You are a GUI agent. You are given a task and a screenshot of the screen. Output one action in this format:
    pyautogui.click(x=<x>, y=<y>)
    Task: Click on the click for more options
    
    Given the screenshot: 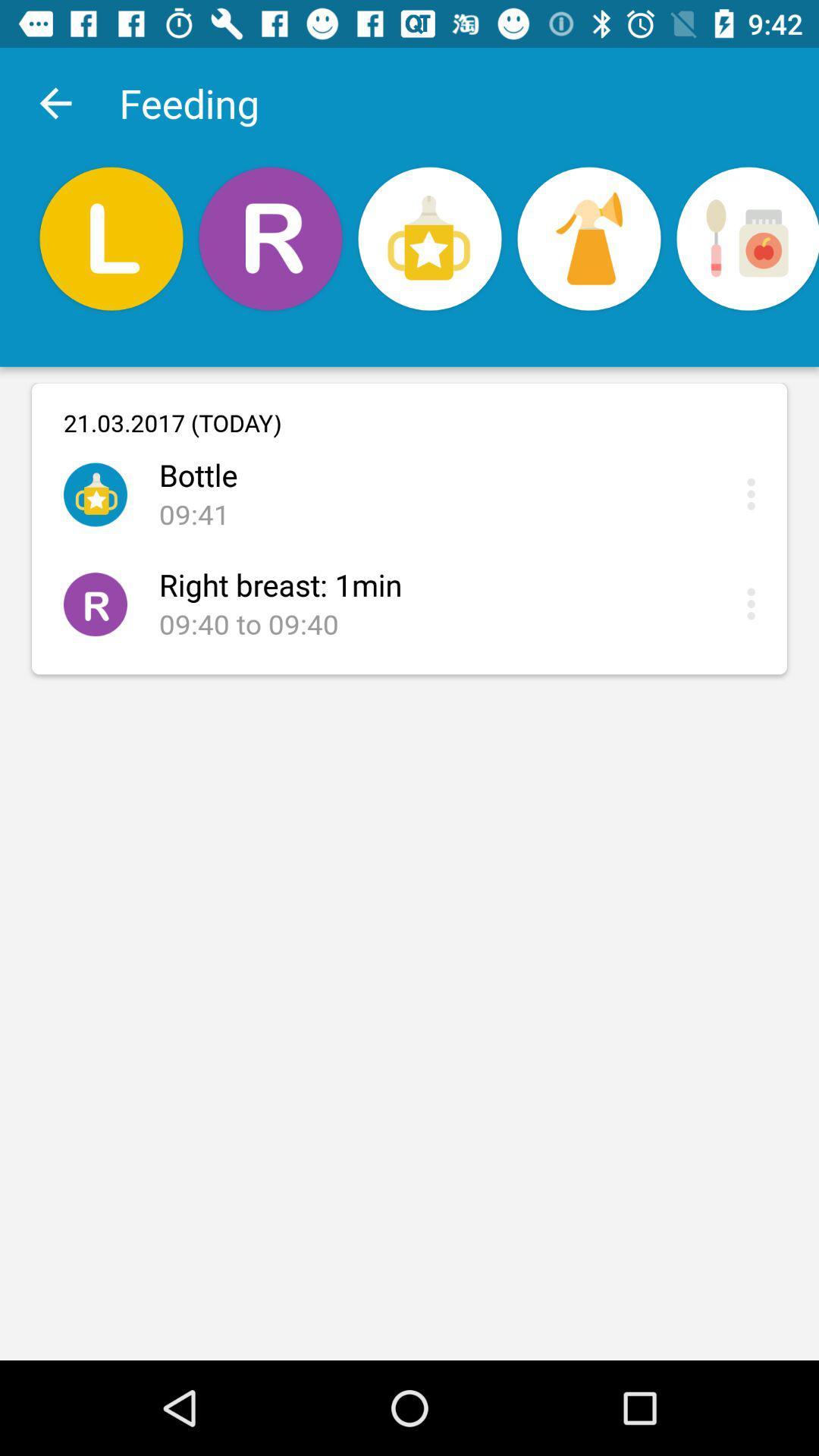 What is the action you would take?
    pyautogui.click(x=755, y=494)
    